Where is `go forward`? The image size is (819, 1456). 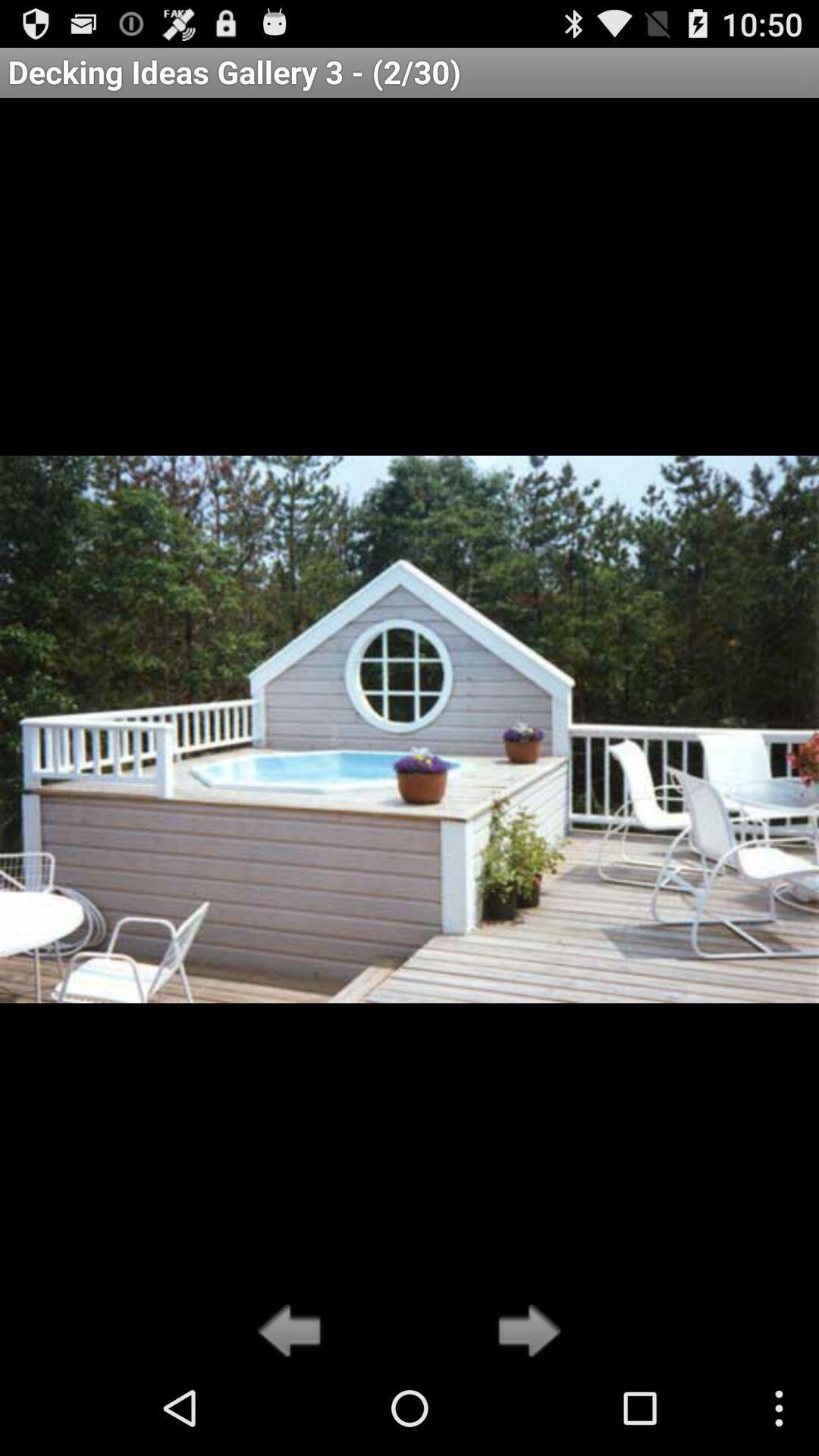 go forward is located at coordinates (524, 1332).